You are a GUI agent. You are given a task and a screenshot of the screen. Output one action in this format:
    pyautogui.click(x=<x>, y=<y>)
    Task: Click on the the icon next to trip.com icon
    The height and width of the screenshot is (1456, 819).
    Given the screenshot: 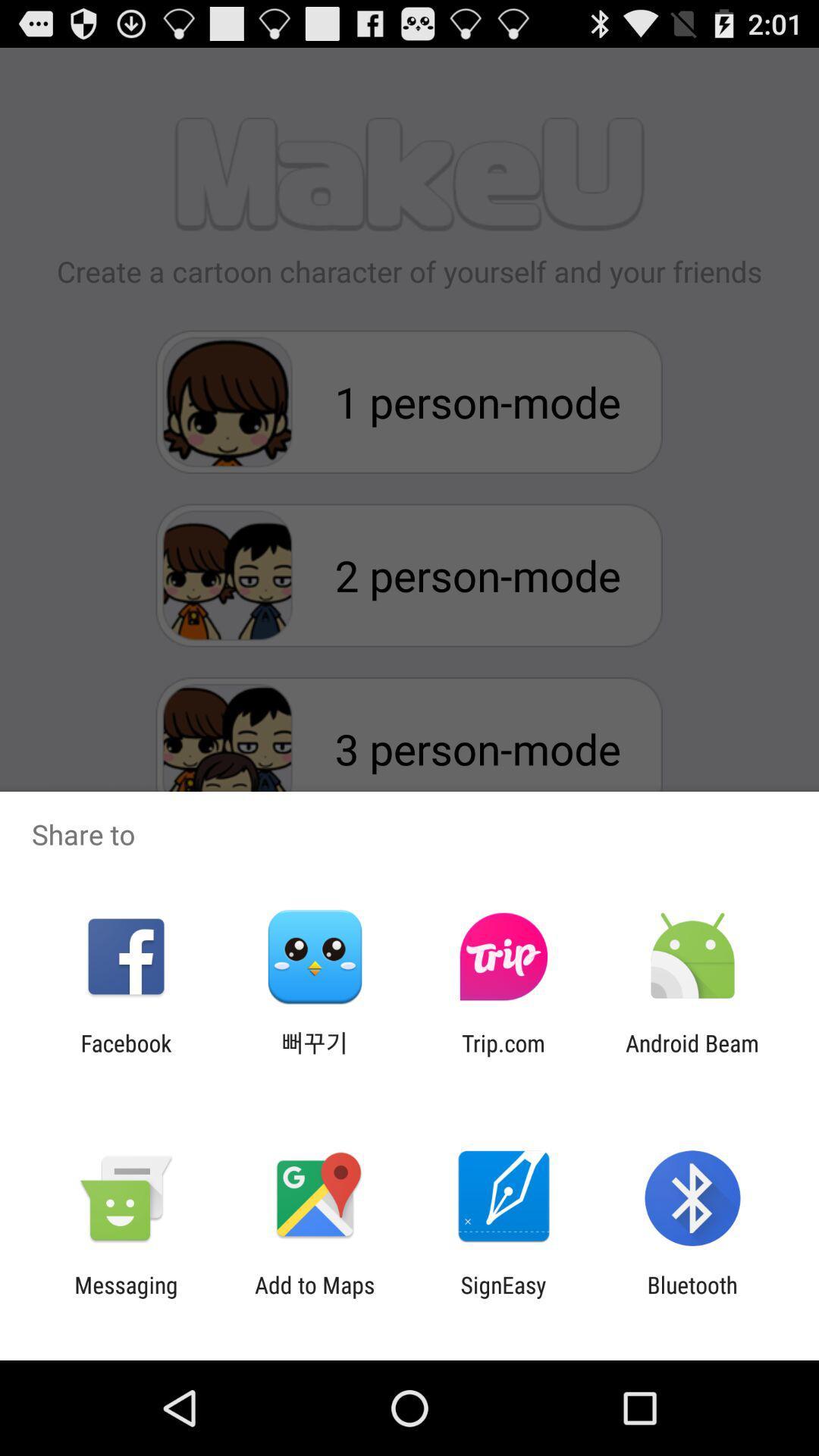 What is the action you would take?
    pyautogui.click(x=692, y=1056)
    